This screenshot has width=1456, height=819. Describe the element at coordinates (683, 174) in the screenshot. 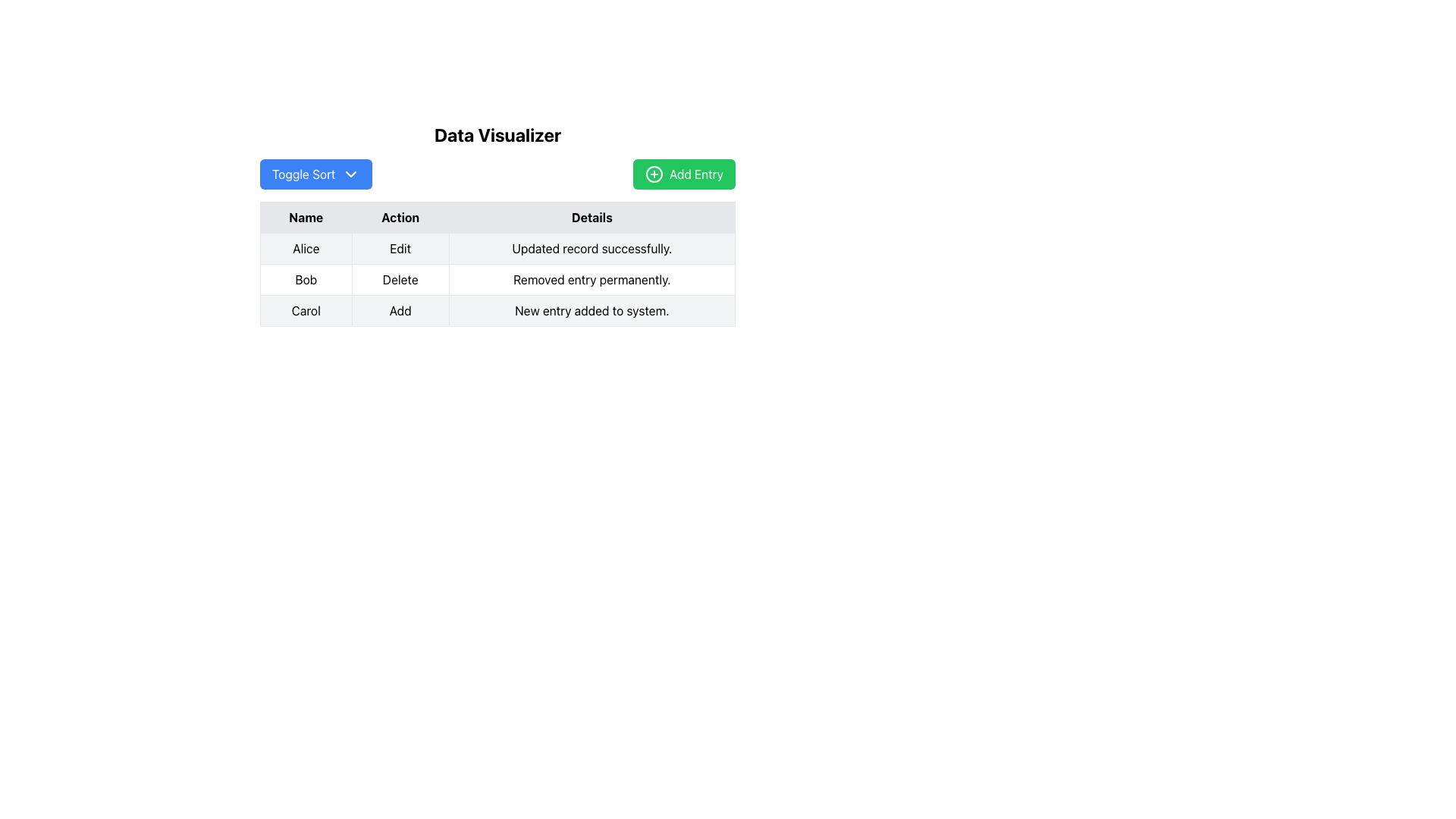

I see `the button located on the right side of the header section, adjacent to the 'Toggle Sort' button` at that location.